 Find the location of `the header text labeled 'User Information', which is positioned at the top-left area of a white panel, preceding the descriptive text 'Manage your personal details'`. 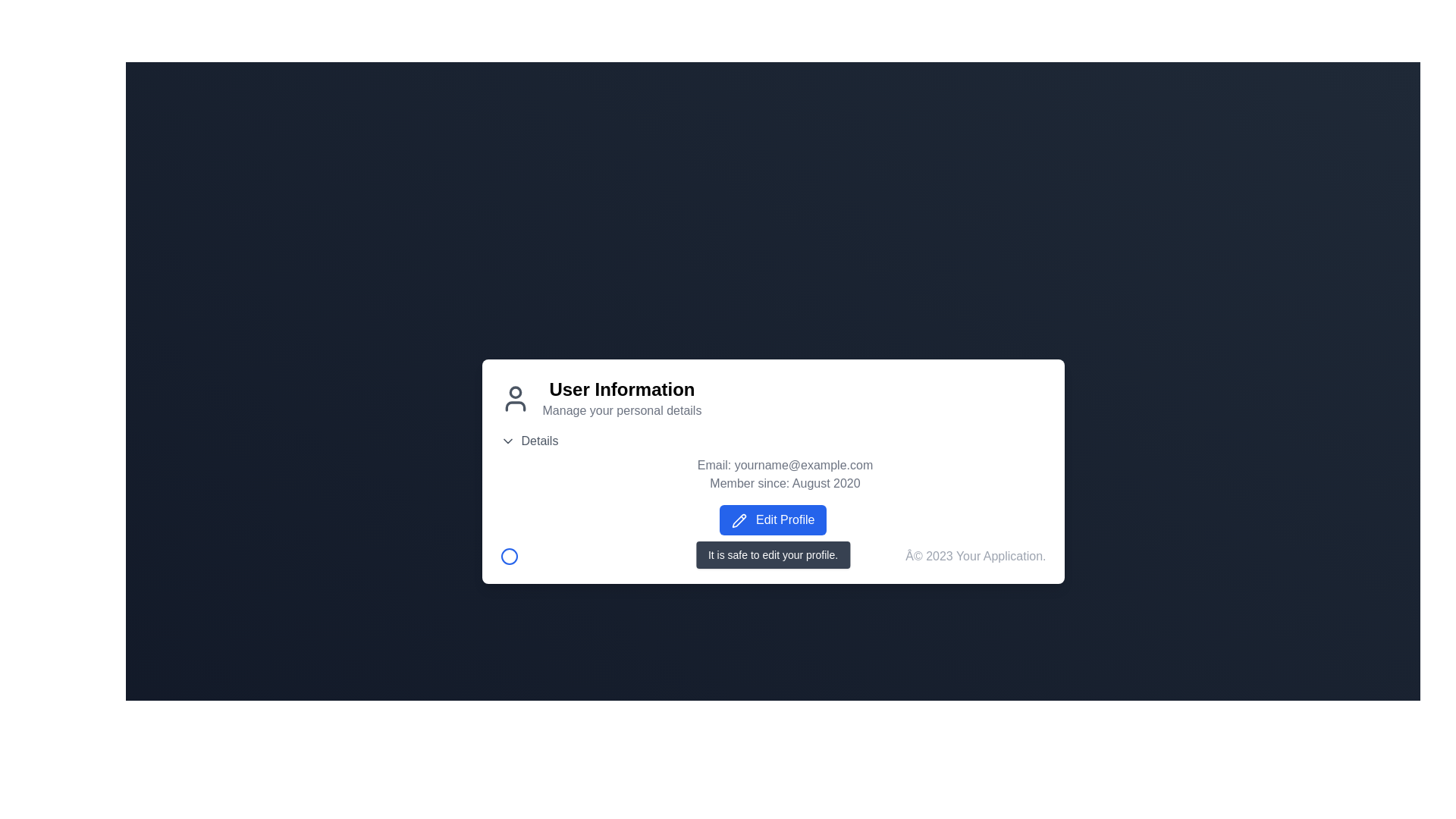

the header text labeled 'User Information', which is positioned at the top-left area of a white panel, preceding the descriptive text 'Manage your personal details' is located at coordinates (622, 388).